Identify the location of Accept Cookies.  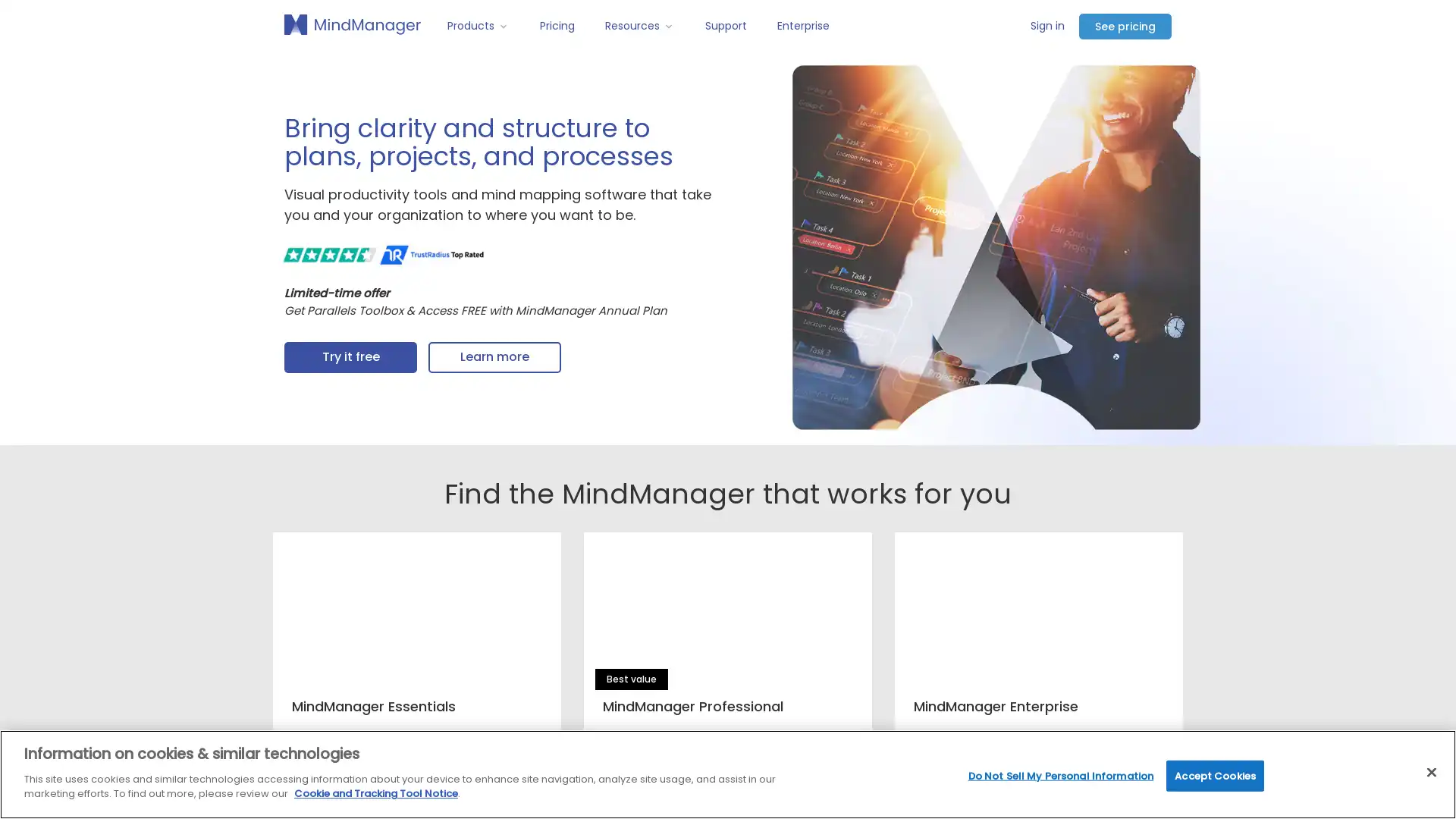
(1215, 775).